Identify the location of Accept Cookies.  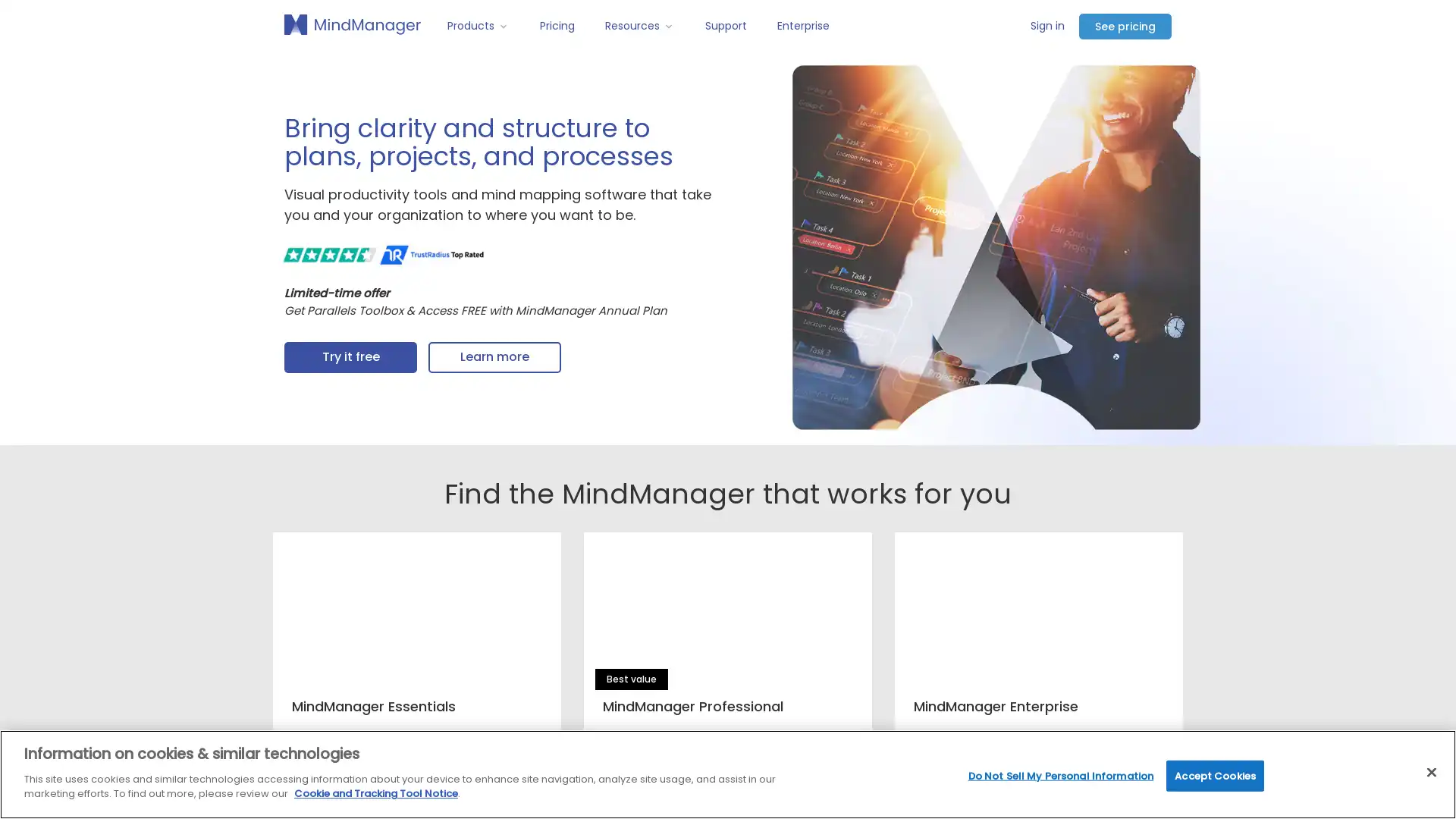
(1215, 775).